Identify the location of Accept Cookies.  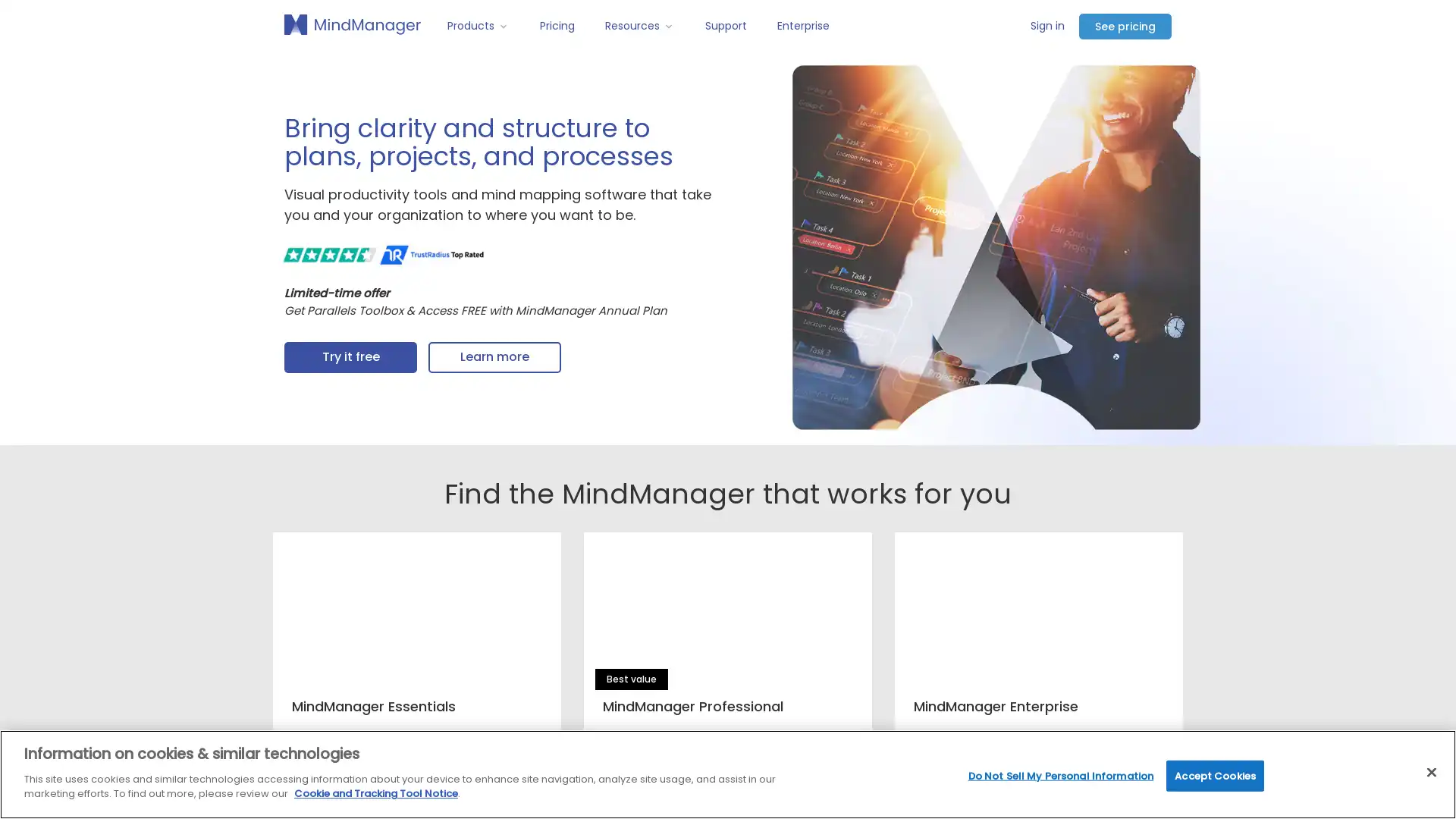
(1215, 775).